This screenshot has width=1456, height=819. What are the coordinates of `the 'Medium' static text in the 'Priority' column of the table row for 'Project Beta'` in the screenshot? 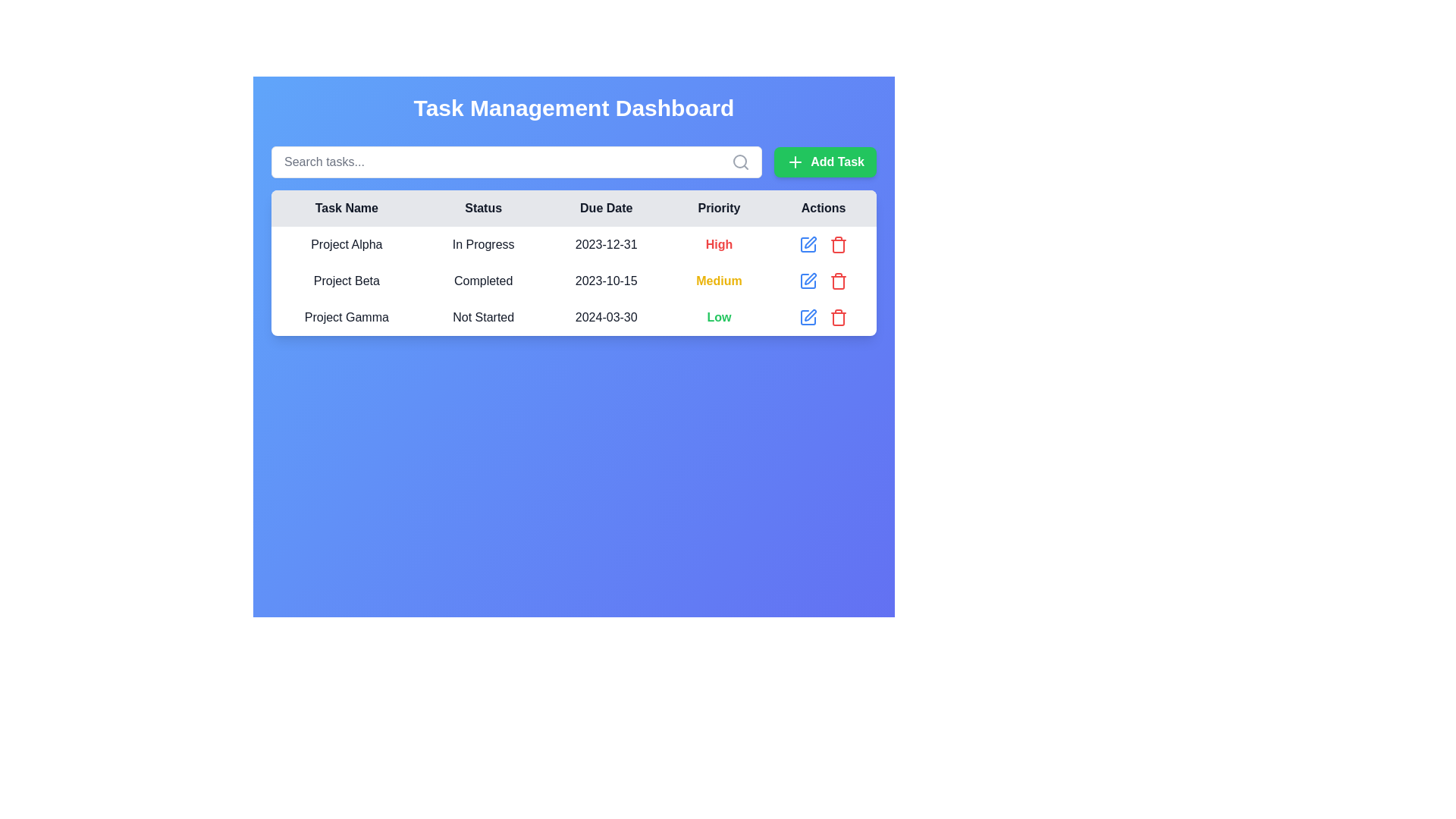 It's located at (718, 281).